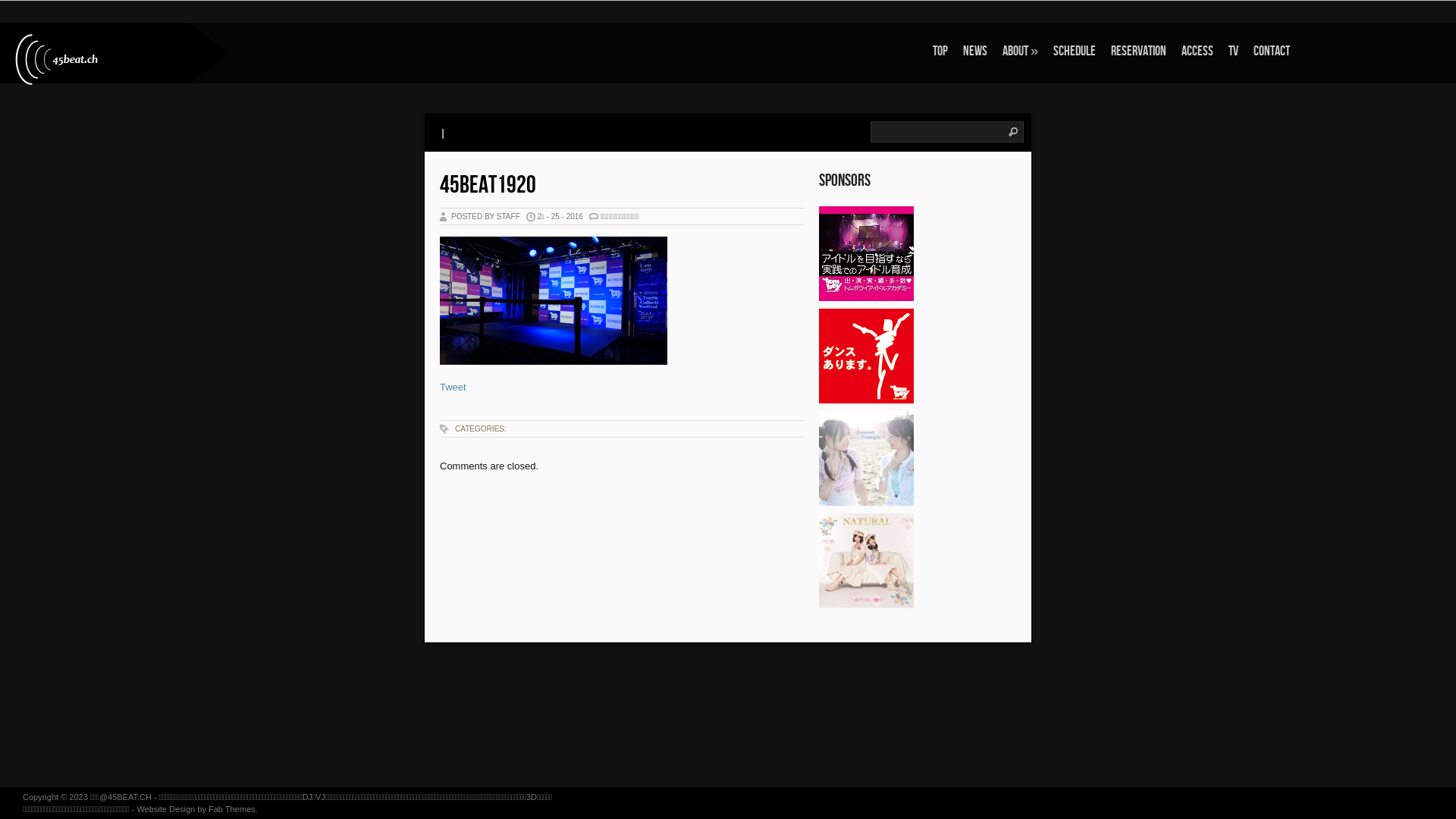 The height and width of the screenshot is (819, 1456). What do you see at coordinates (452, 385) in the screenshot?
I see `'Tweet'` at bounding box center [452, 385].